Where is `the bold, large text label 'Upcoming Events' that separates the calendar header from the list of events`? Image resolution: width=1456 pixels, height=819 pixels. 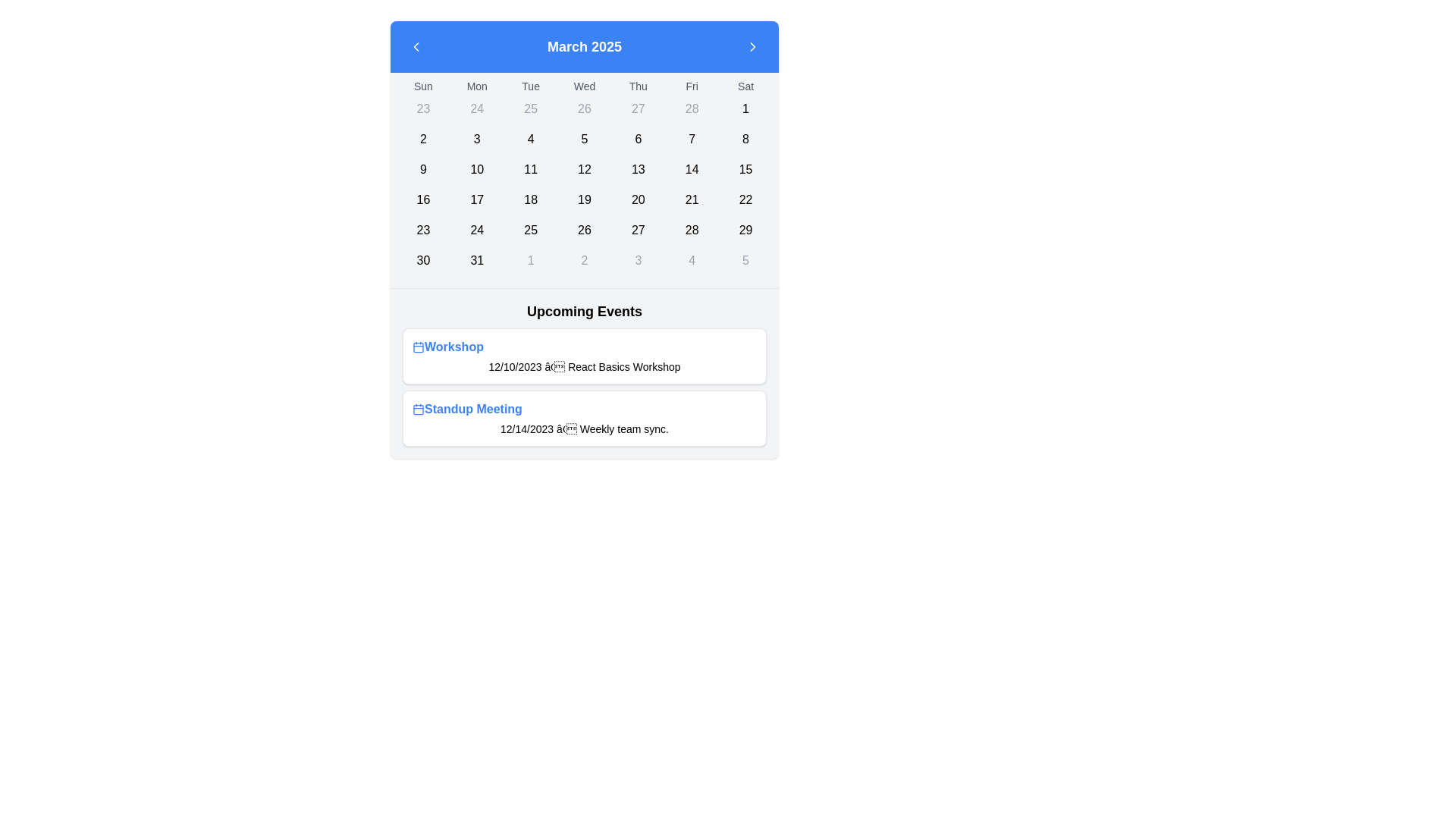
the bold, large text label 'Upcoming Events' that separates the calendar header from the list of events is located at coordinates (584, 311).